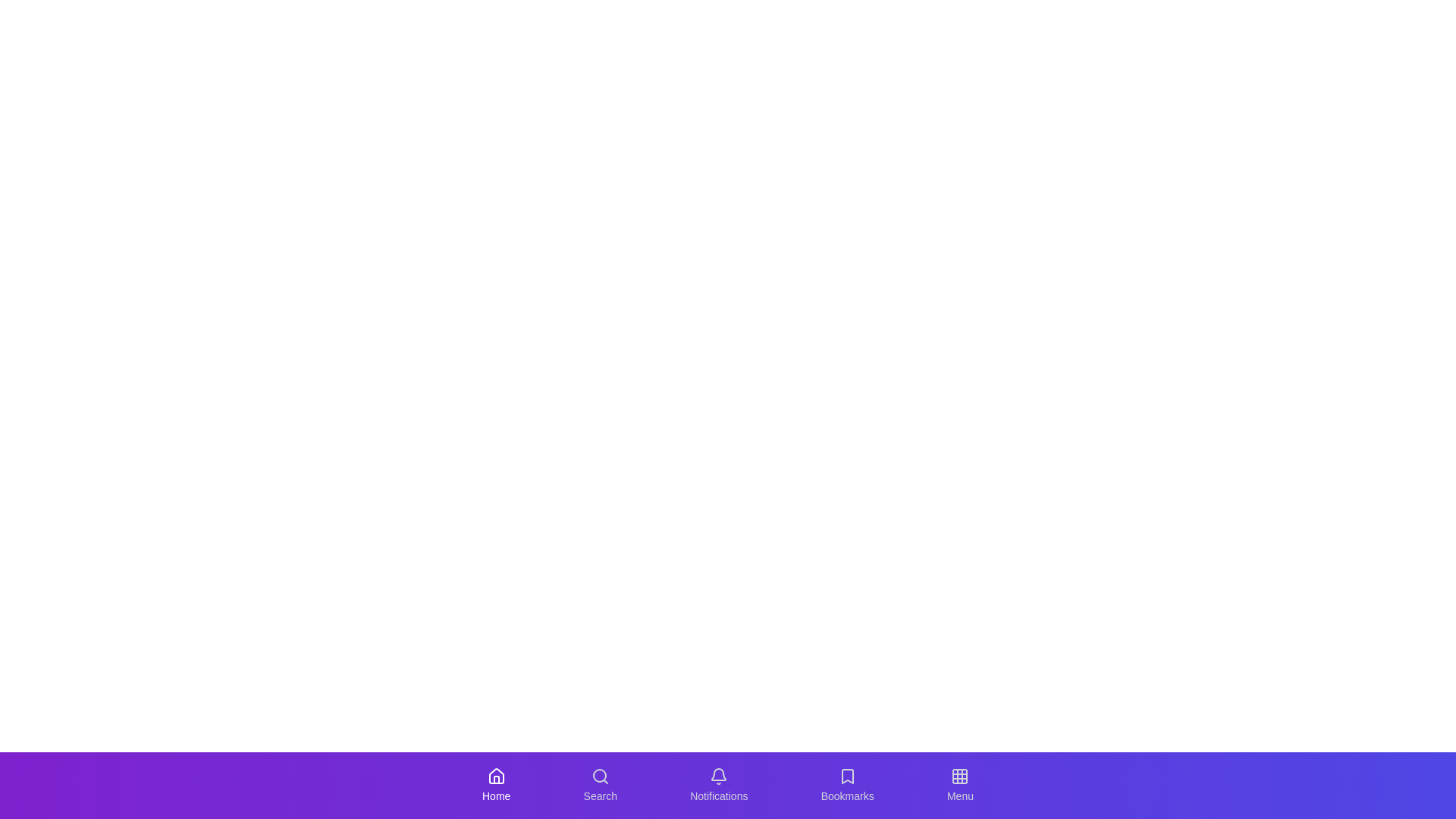 The width and height of the screenshot is (1456, 819). I want to click on the Home navigation icon to observe feedback, so click(496, 785).